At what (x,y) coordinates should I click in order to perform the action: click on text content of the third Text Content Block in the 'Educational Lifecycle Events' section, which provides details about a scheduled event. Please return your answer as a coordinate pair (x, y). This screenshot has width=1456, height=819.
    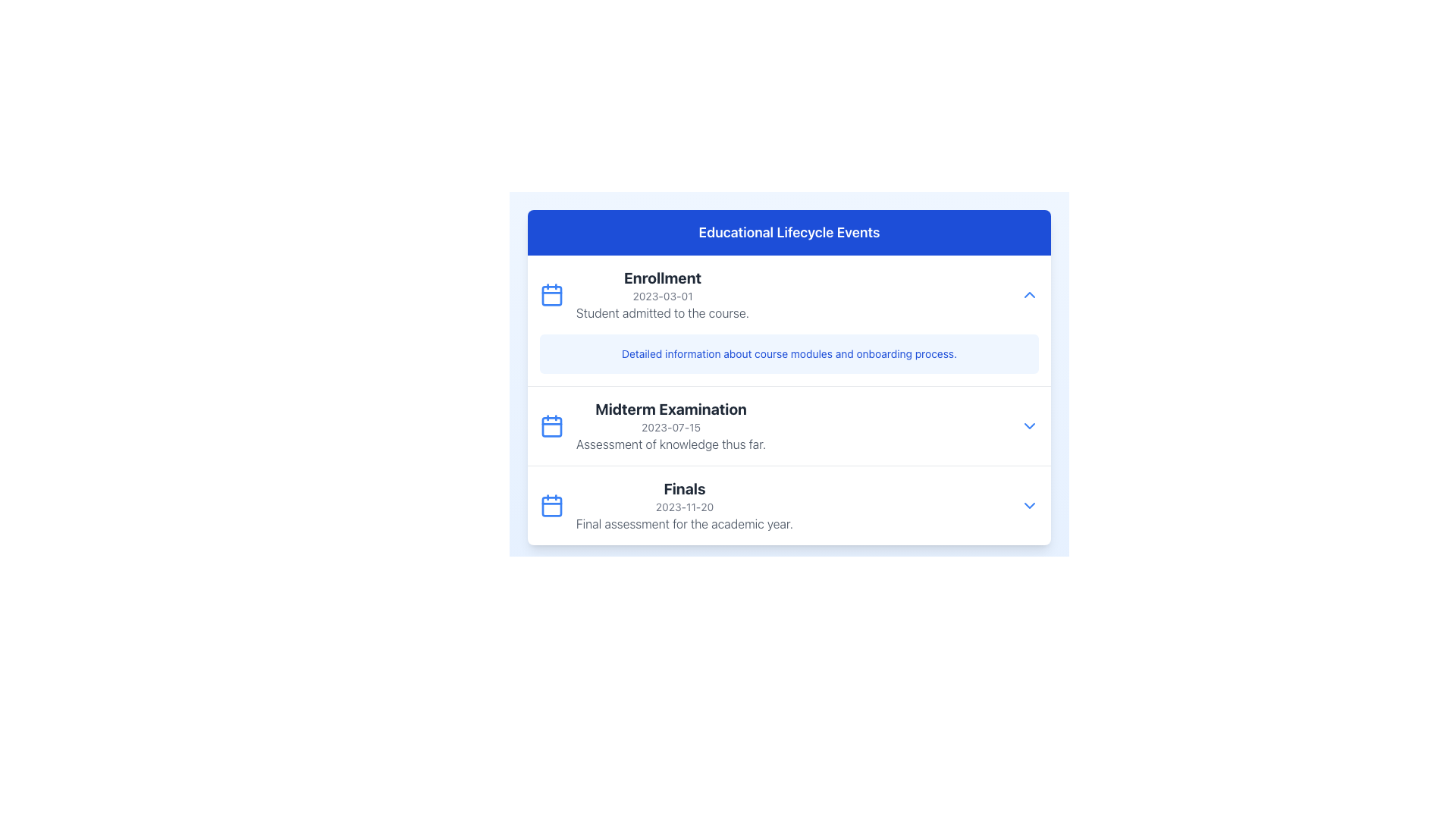
    Looking at the image, I should click on (683, 506).